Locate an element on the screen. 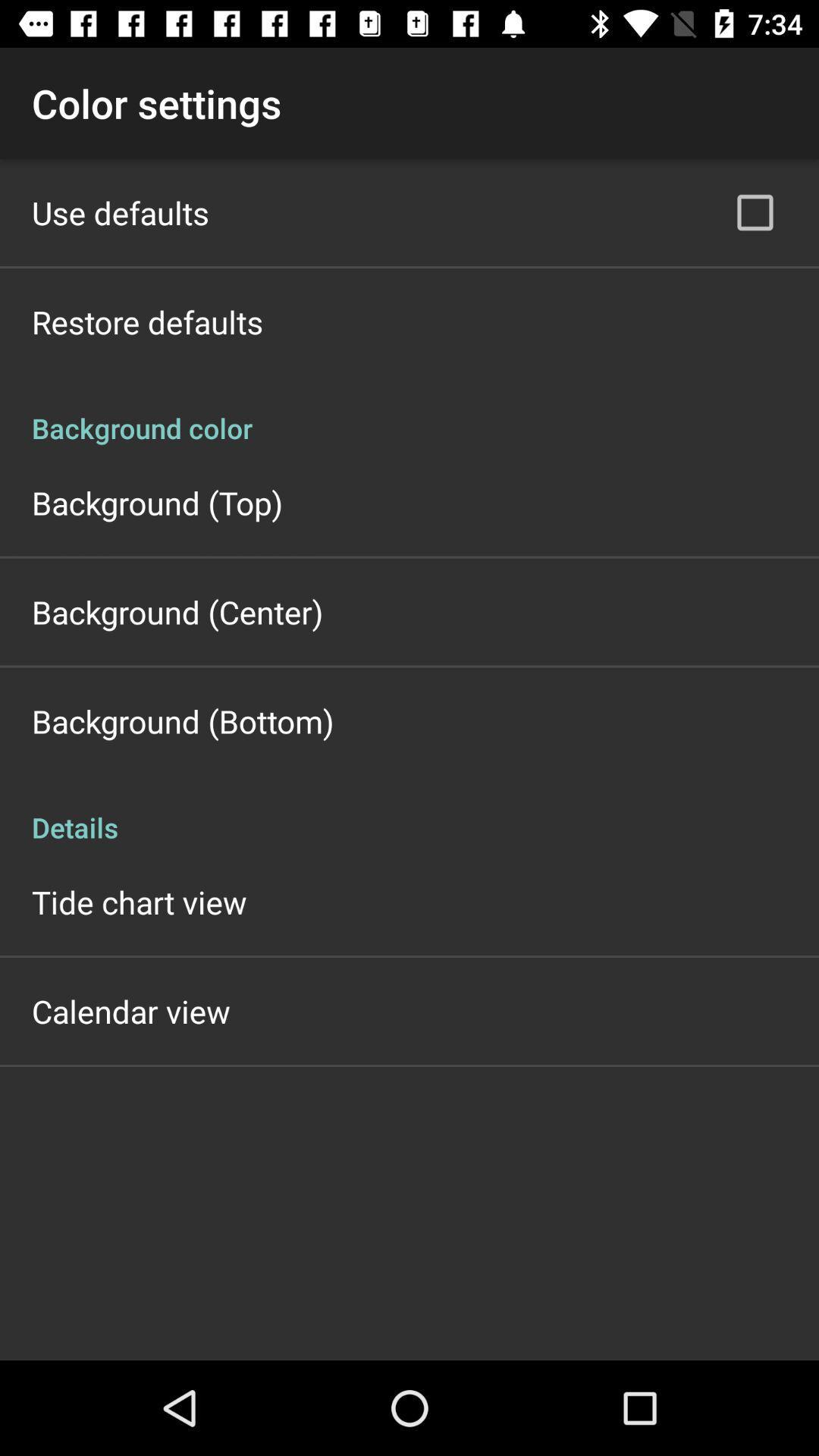 The height and width of the screenshot is (1456, 819). icon below details icon is located at coordinates (139, 902).